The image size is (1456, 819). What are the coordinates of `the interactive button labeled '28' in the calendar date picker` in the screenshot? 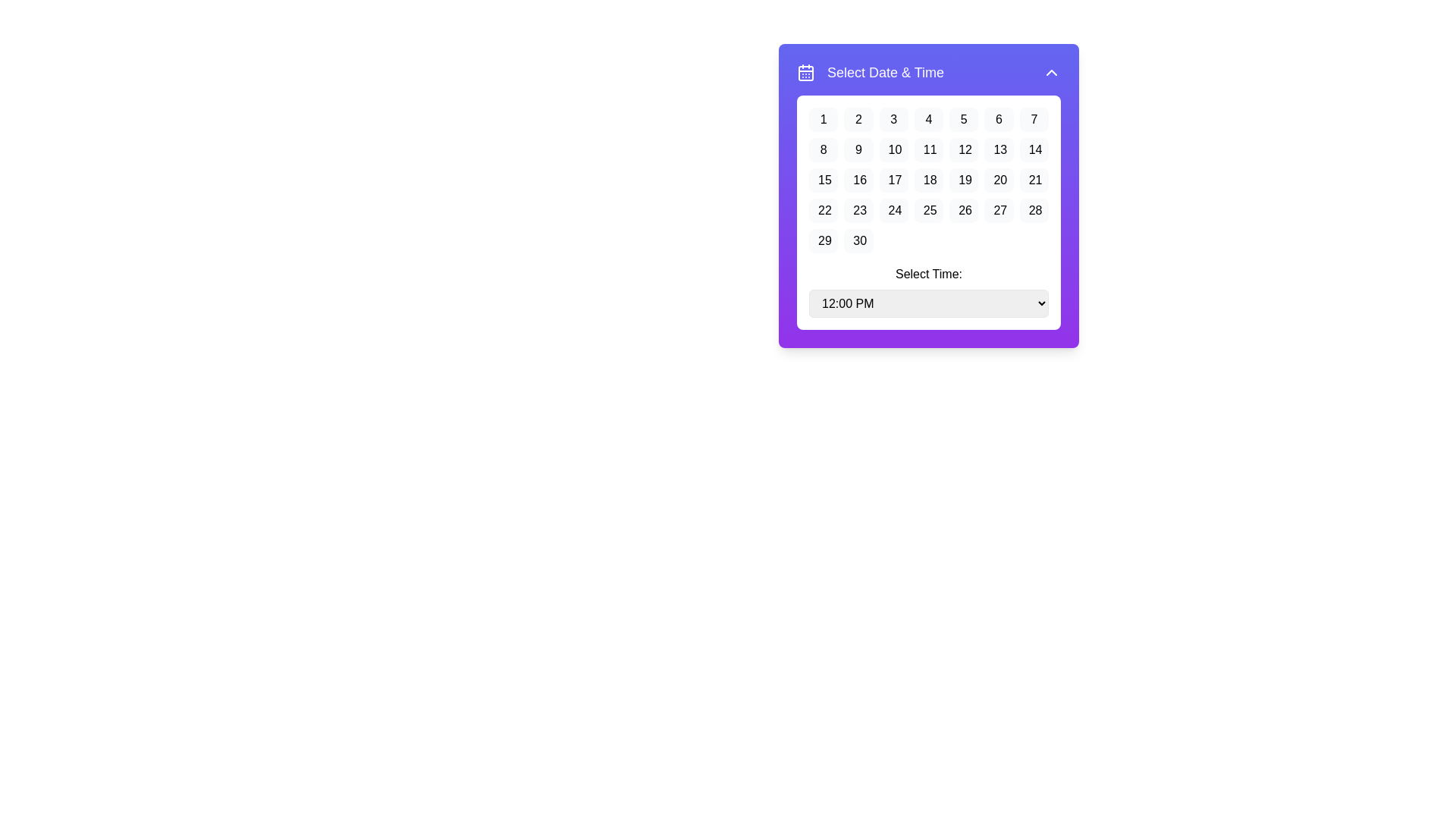 It's located at (1033, 210).